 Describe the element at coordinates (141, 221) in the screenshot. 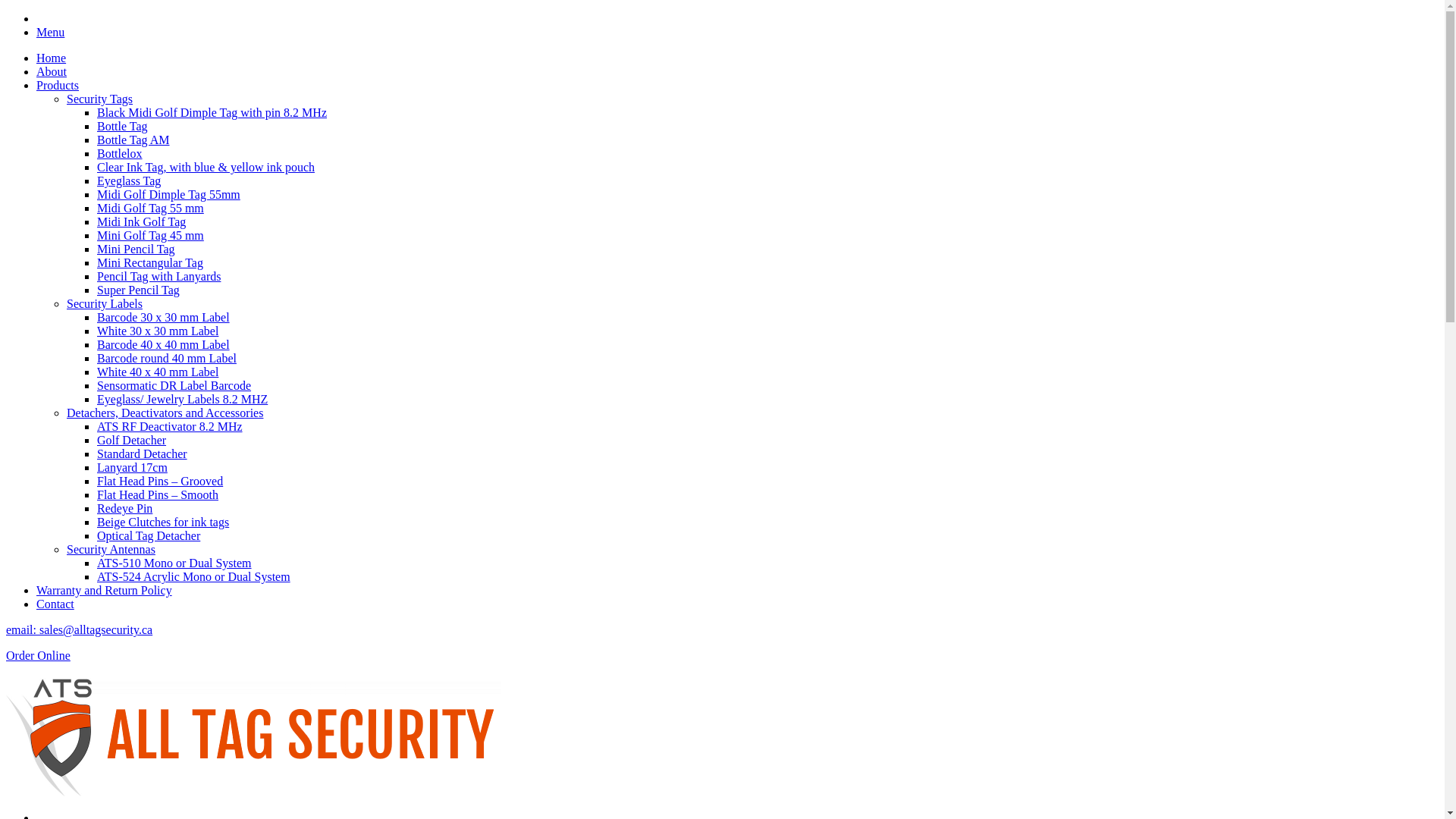

I see `'Midi Ink Golf Tag'` at that location.